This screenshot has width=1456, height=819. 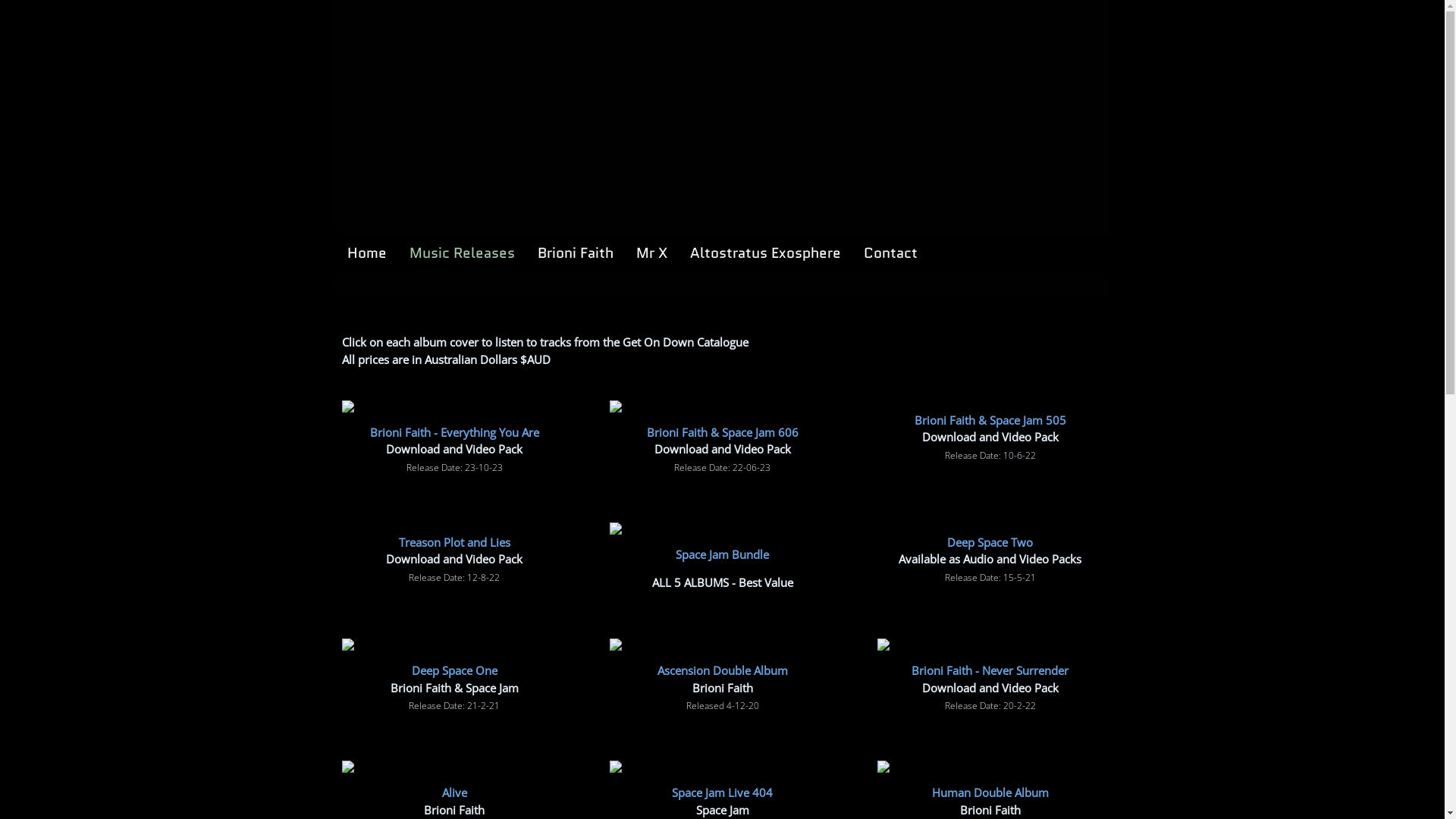 I want to click on 'Space Jam Bundle', so click(x=721, y=553).